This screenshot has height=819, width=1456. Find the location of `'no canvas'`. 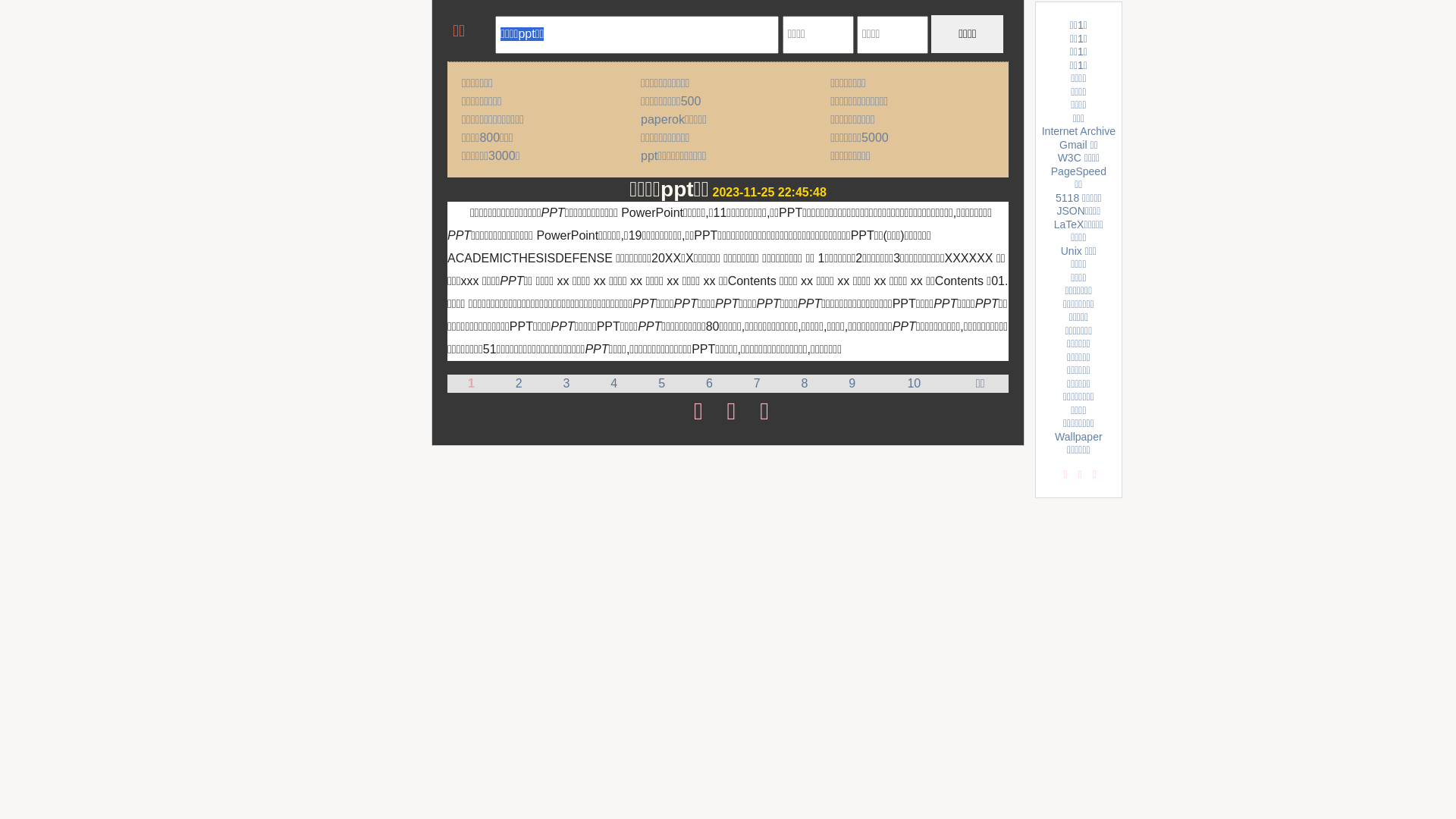

'no canvas' is located at coordinates (451, 33).